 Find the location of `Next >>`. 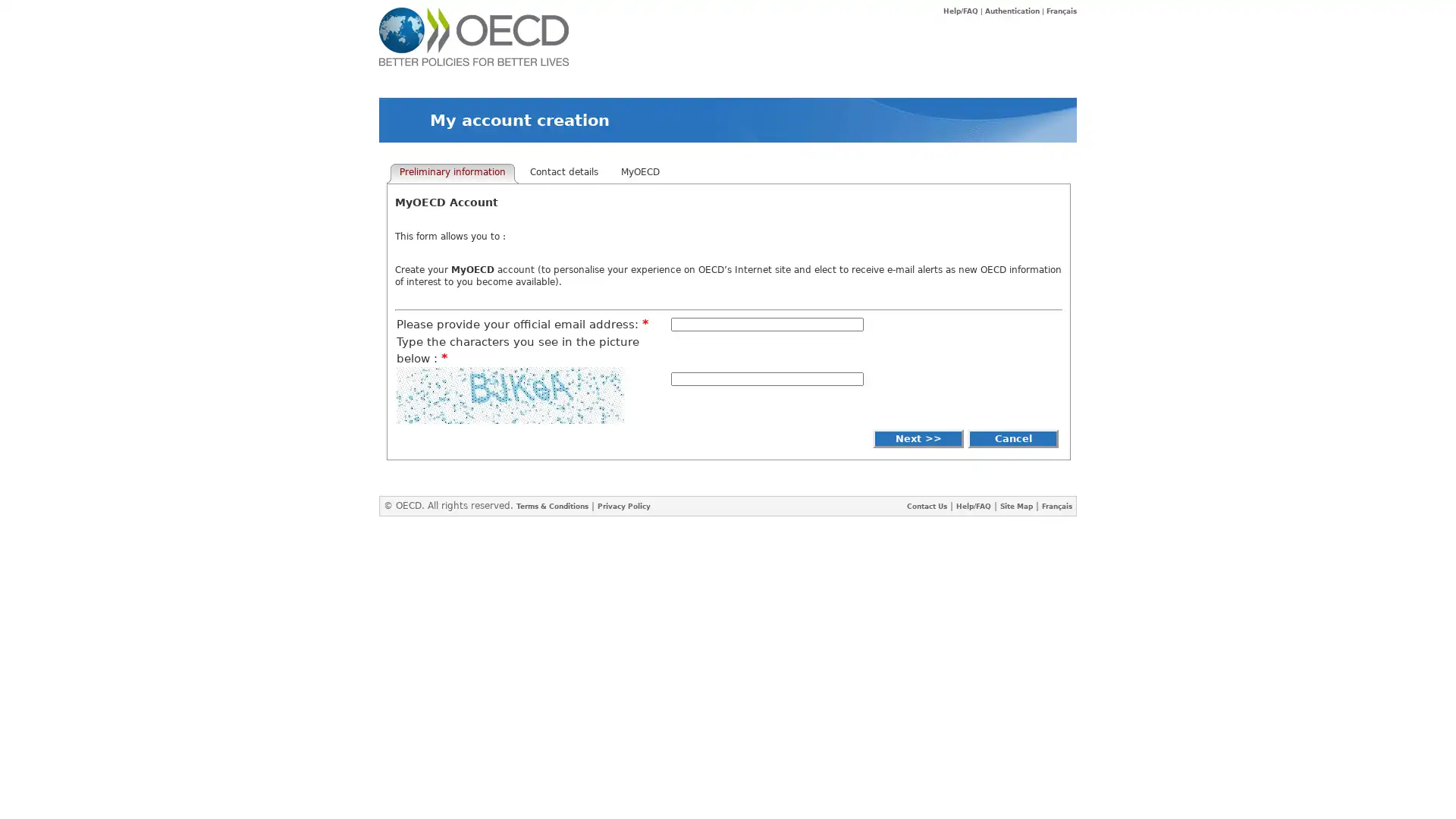

Next >> is located at coordinates (917, 438).